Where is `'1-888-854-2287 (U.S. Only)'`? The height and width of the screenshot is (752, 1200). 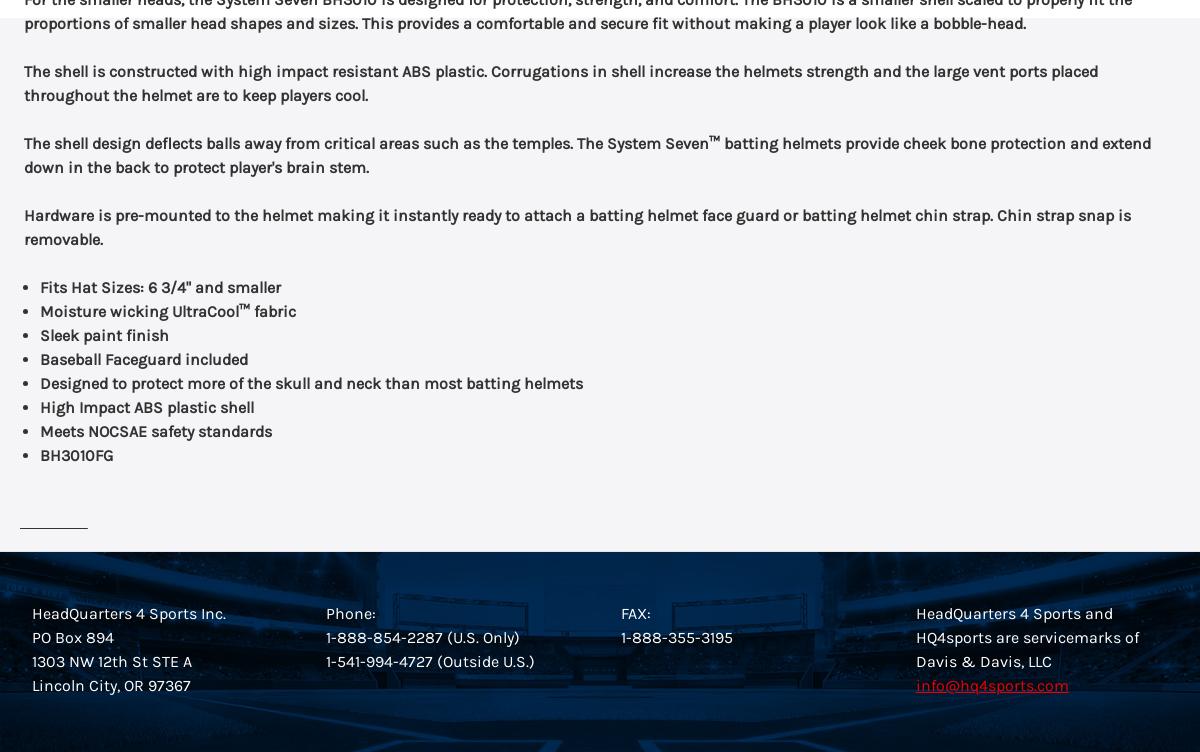
'1-888-854-2287 (U.S. Only)' is located at coordinates (423, 637).